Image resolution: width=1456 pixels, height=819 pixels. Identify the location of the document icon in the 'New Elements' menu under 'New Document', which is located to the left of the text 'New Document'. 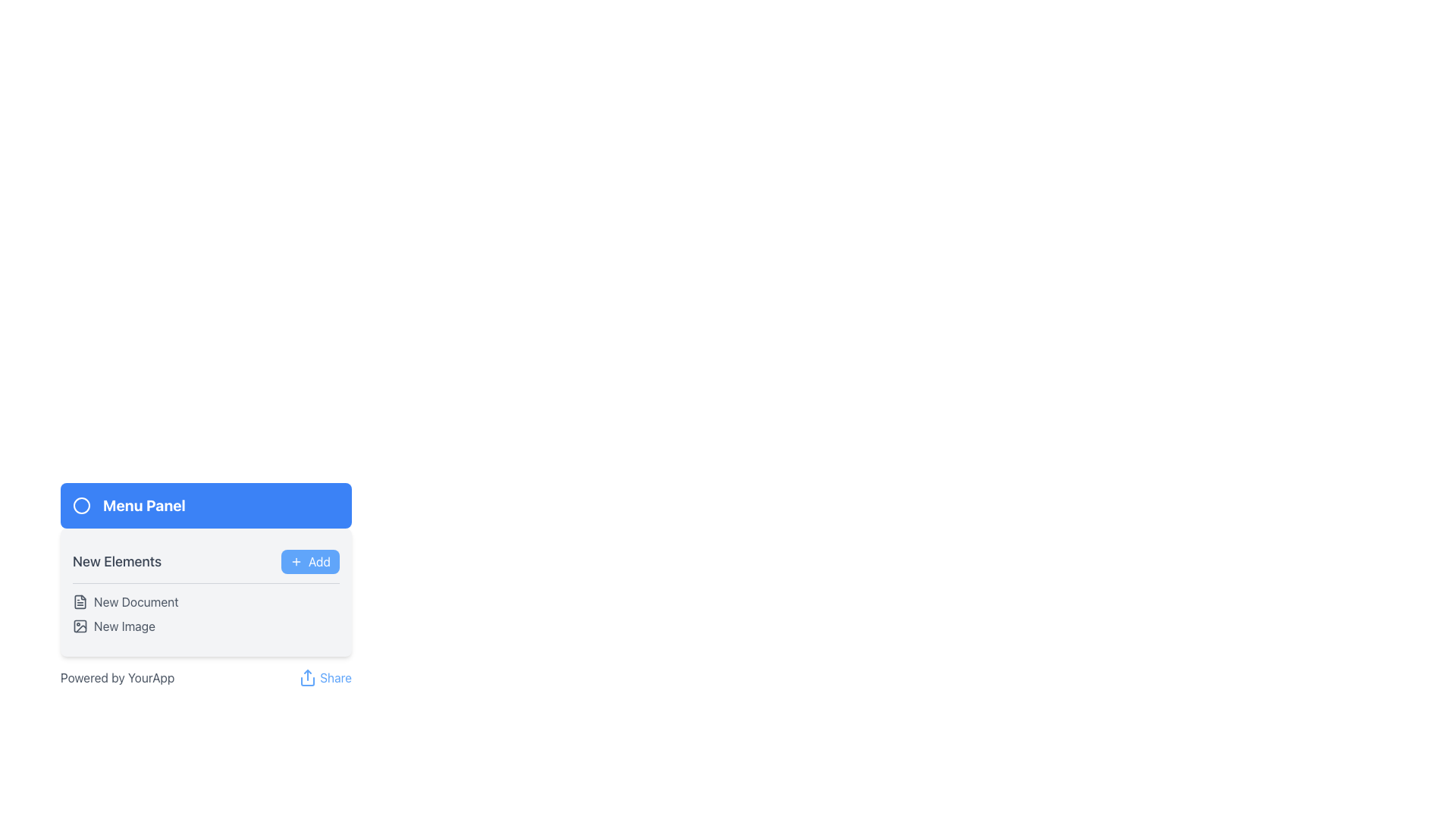
(79, 601).